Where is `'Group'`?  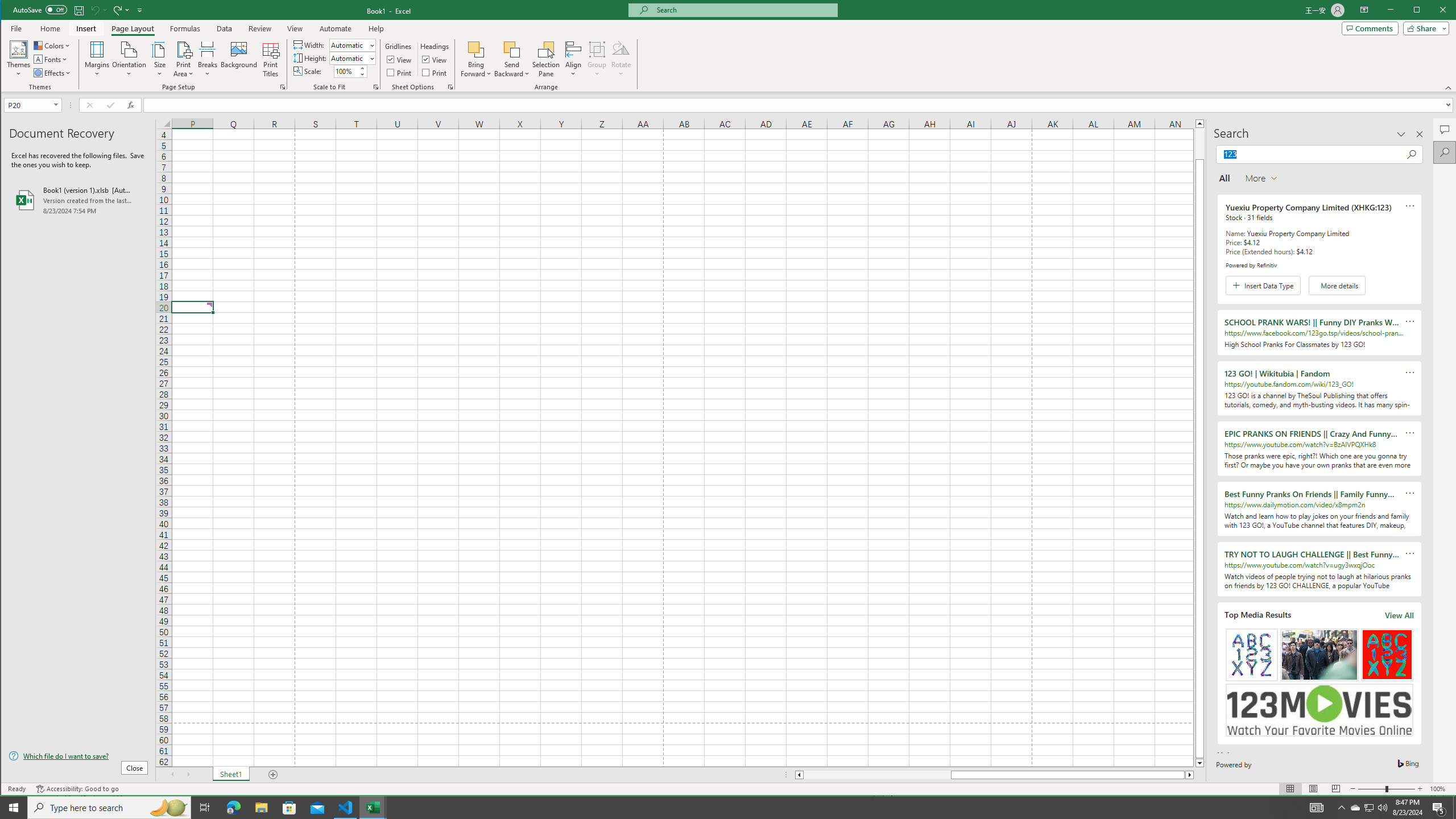
'Group' is located at coordinates (596, 59).